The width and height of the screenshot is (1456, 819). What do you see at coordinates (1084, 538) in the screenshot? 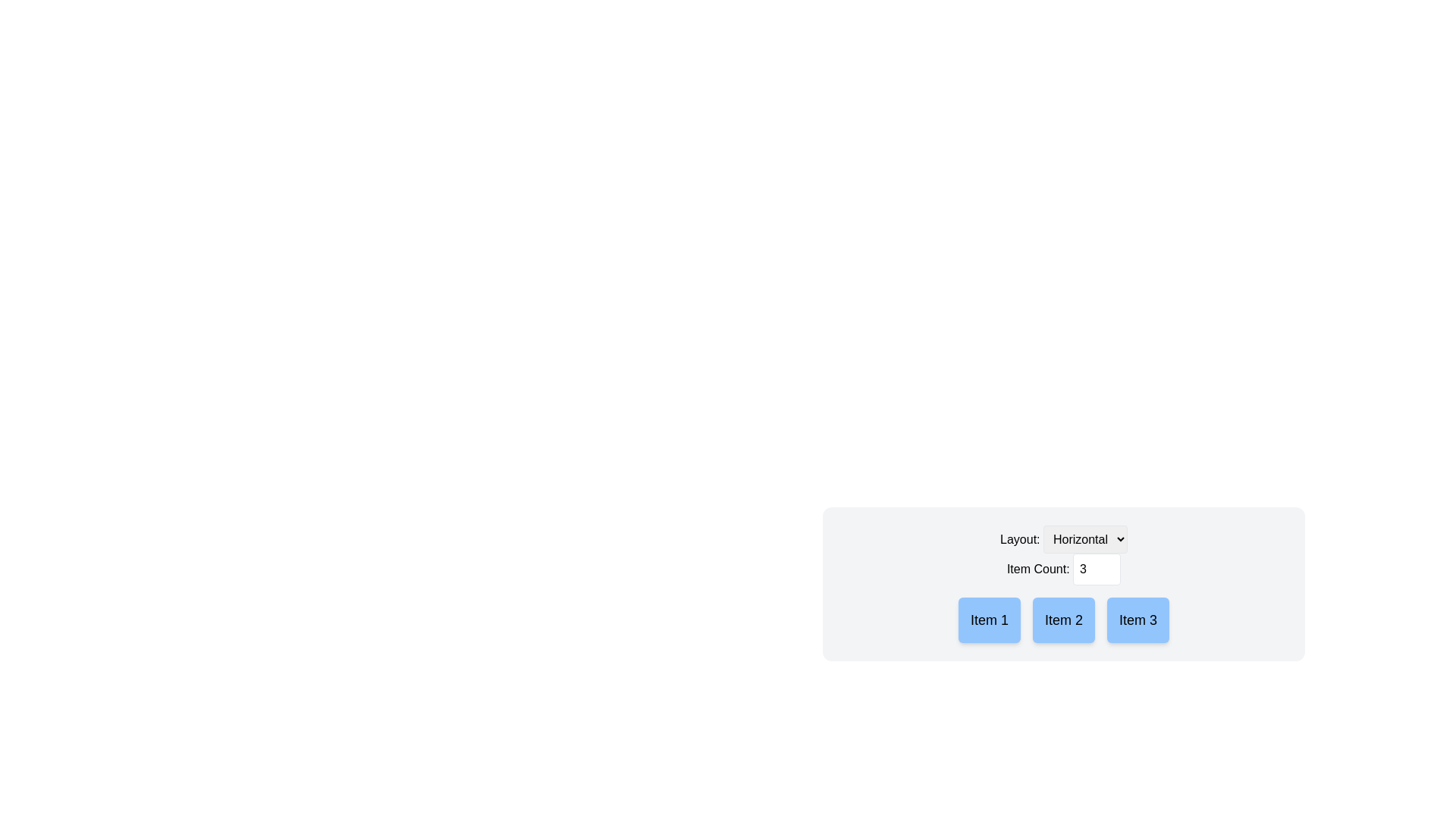
I see `the styled drop-down selector labeled 'Horizontal' located to the right of 'Layout:'` at bounding box center [1084, 538].